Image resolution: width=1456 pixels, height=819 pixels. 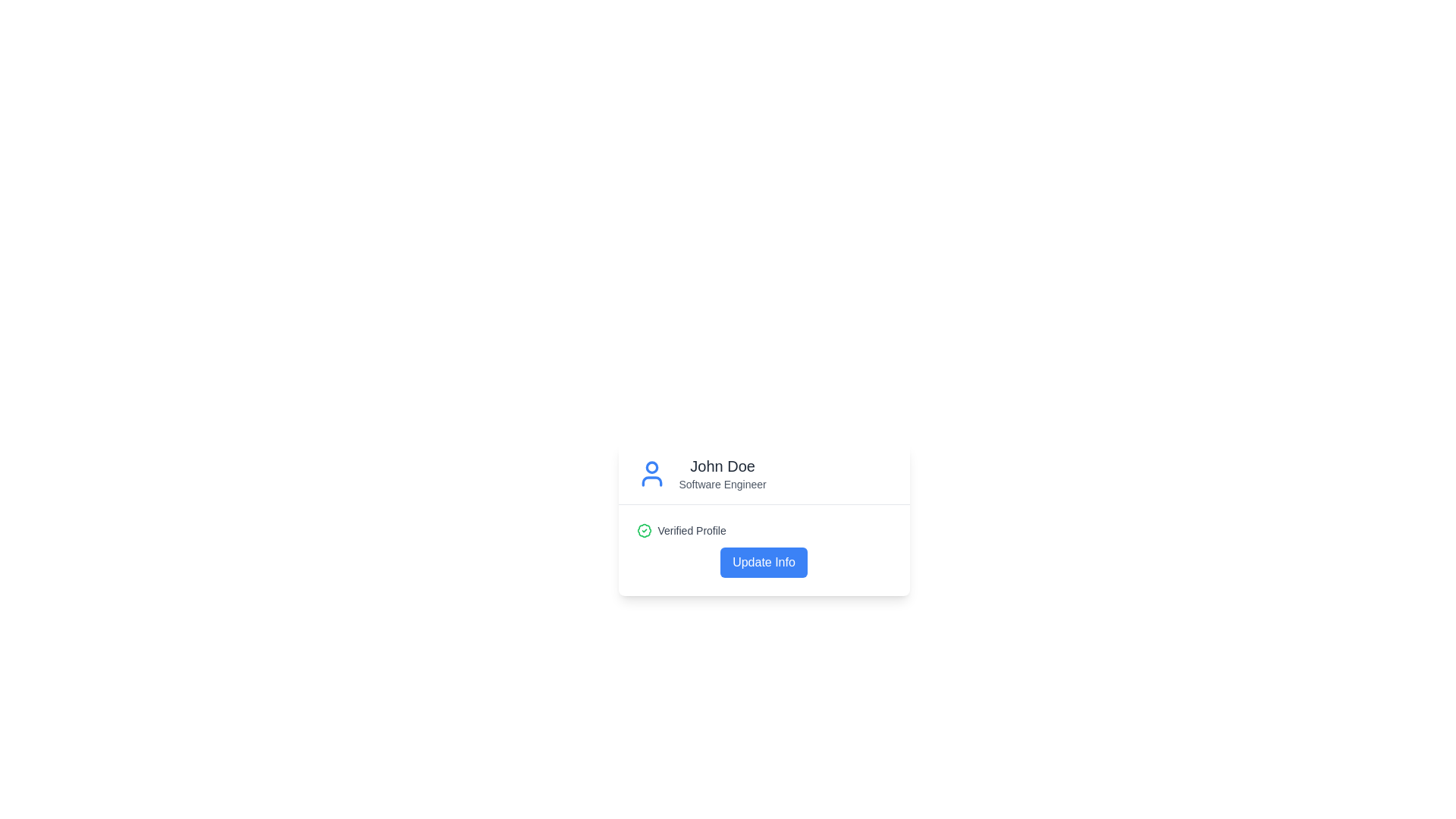 I want to click on the Text Block that displays the user's name and professional designation, so click(x=722, y=472).